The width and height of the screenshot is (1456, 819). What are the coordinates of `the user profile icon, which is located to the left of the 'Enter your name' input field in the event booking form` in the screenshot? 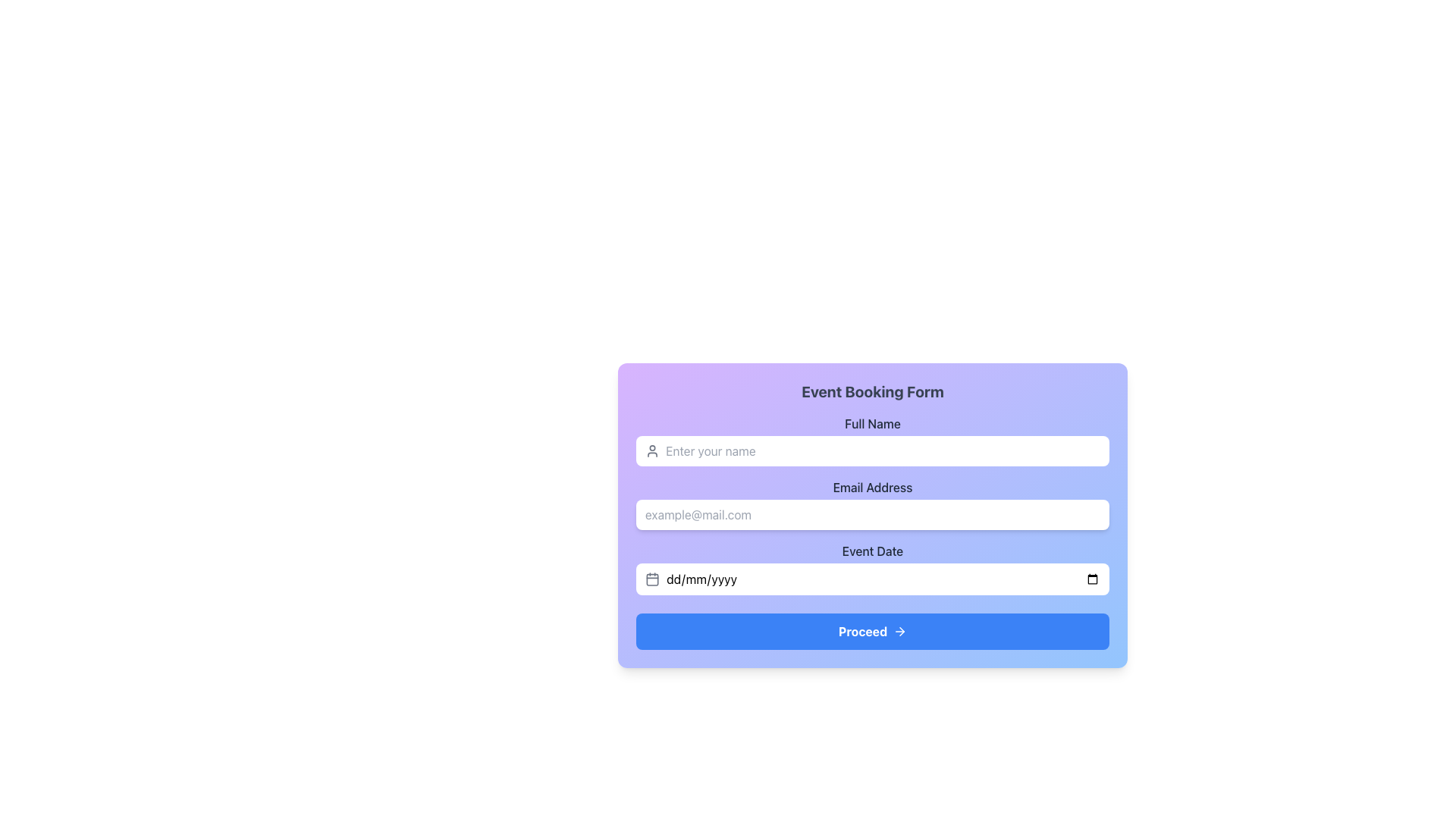 It's located at (652, 450).